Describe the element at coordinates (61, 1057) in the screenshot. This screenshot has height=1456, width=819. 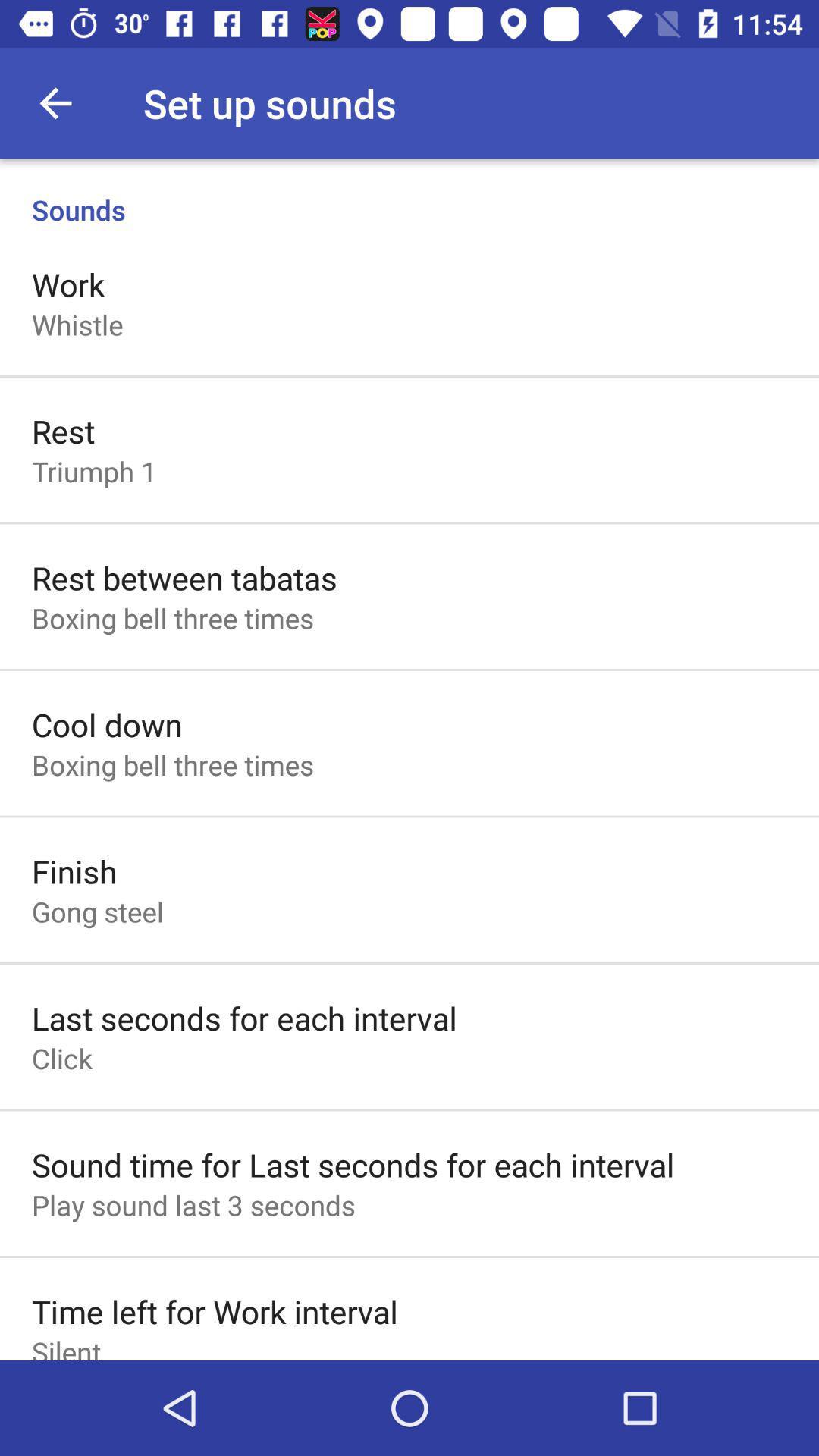
I see `item below the last seconds for item` at that location.